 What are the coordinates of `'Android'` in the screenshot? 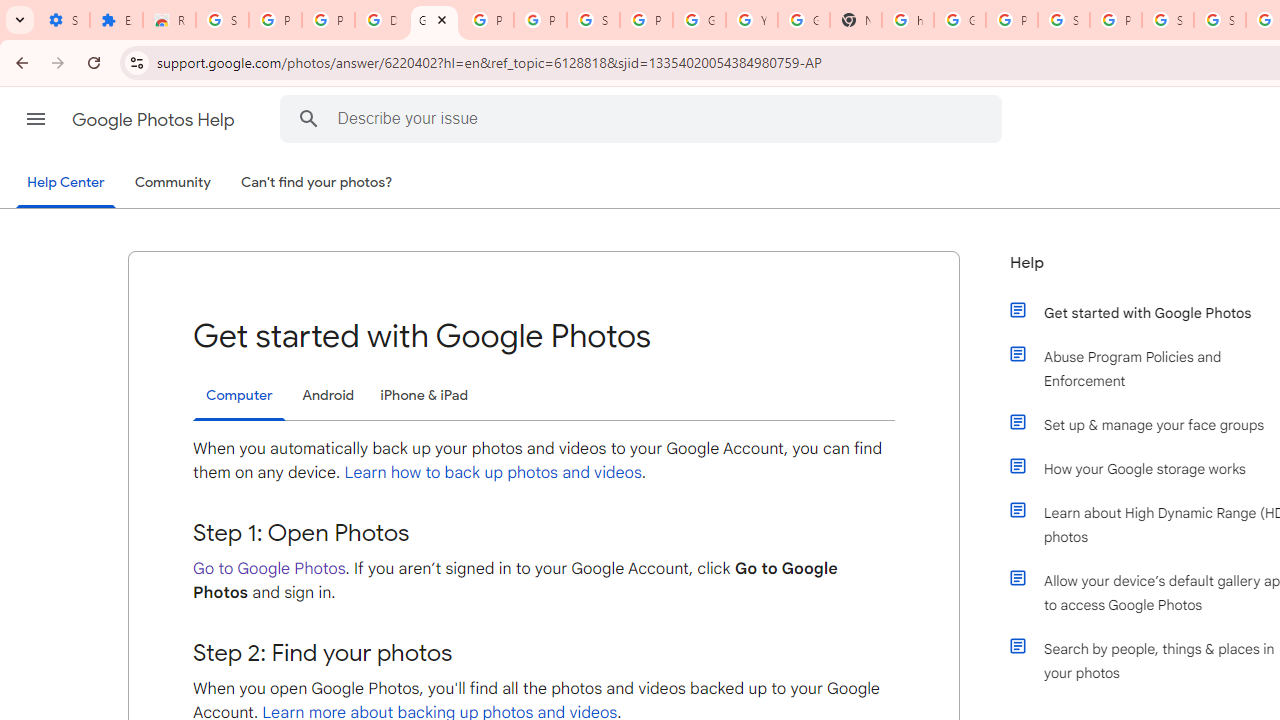 It's located at (328, 395).